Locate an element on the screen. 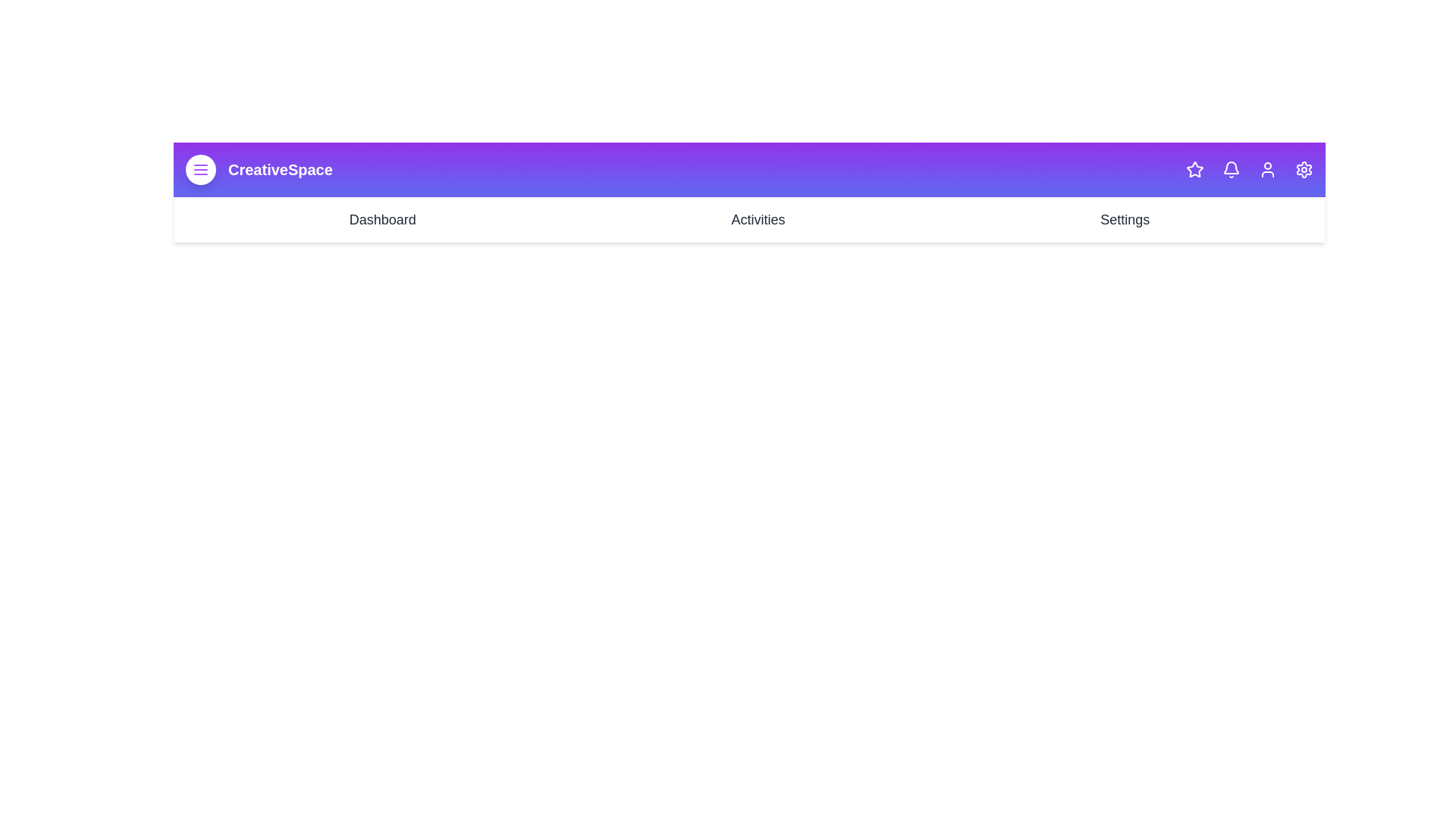 The width and height of the screenshot is (1456, 819). the bell icon to trigger its associated functionality is located at coordinates (1231, 169).